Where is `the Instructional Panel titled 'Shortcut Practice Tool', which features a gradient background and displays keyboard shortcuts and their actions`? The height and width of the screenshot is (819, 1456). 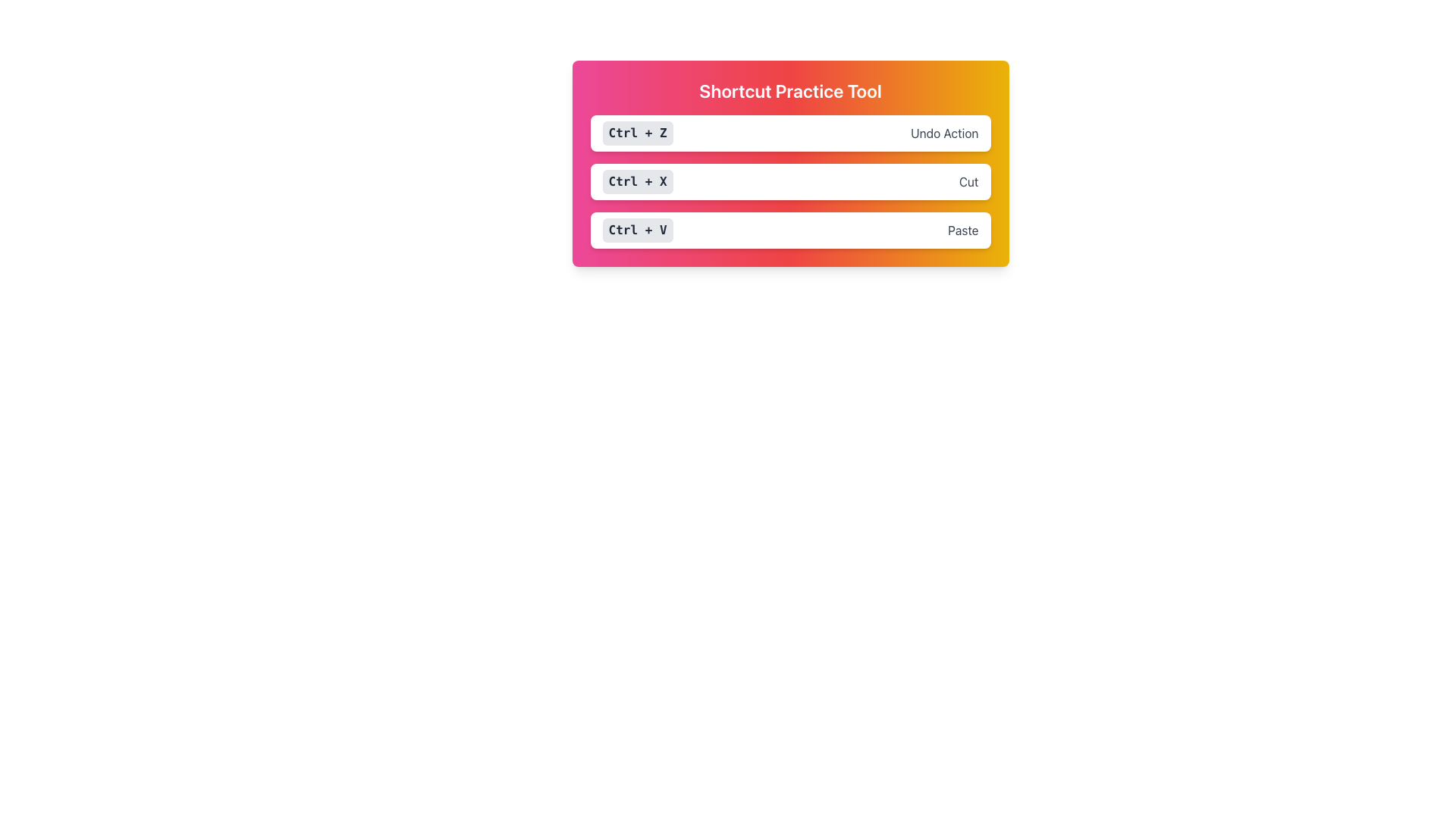 the Instructional Panel titled 'Shortcut Practice Tool', which features a gradient background and displays keyboard shortcuts and their actions is located at coordinates (789, 164).